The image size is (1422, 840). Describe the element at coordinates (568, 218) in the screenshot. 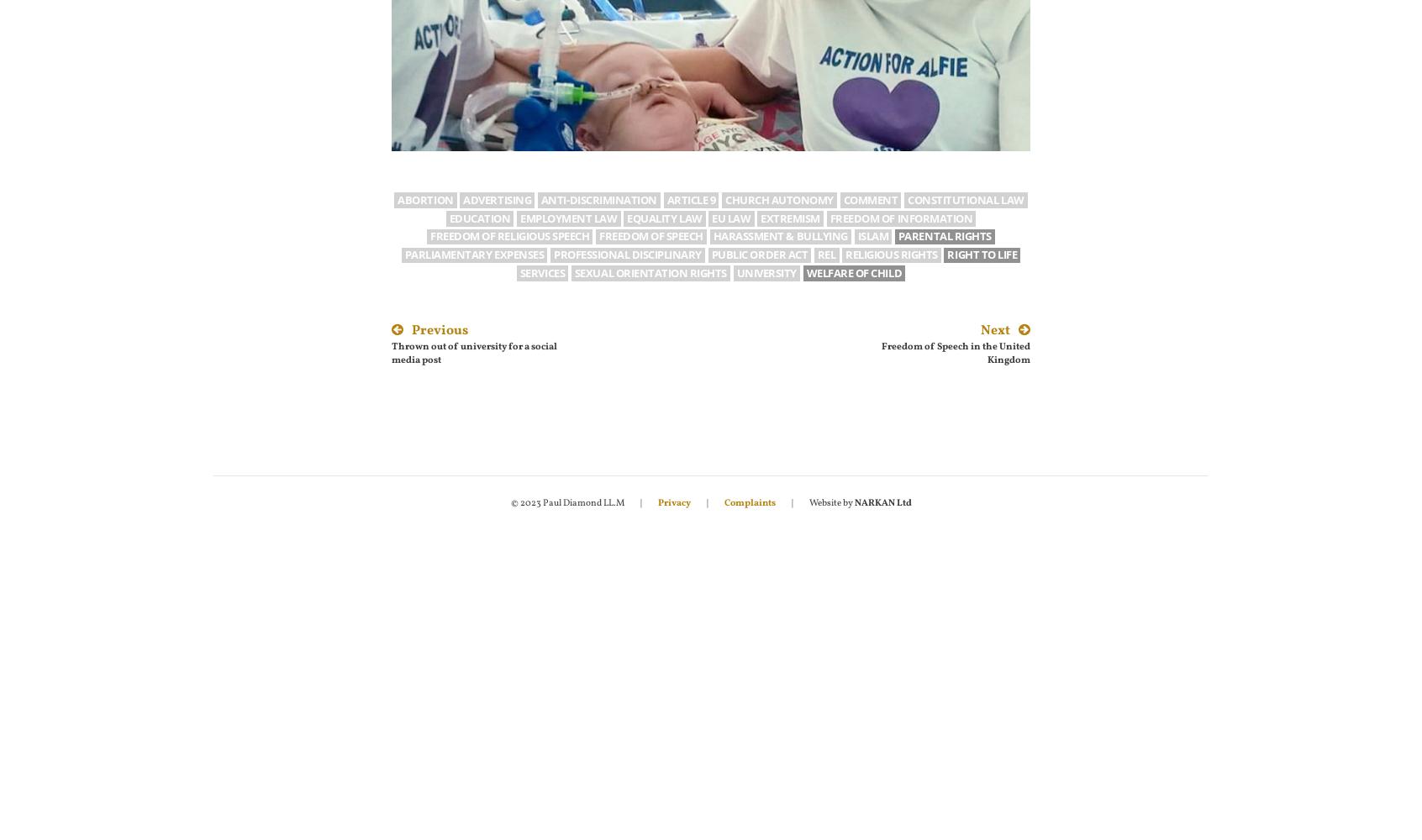

I see `'Employment law'` at that location.